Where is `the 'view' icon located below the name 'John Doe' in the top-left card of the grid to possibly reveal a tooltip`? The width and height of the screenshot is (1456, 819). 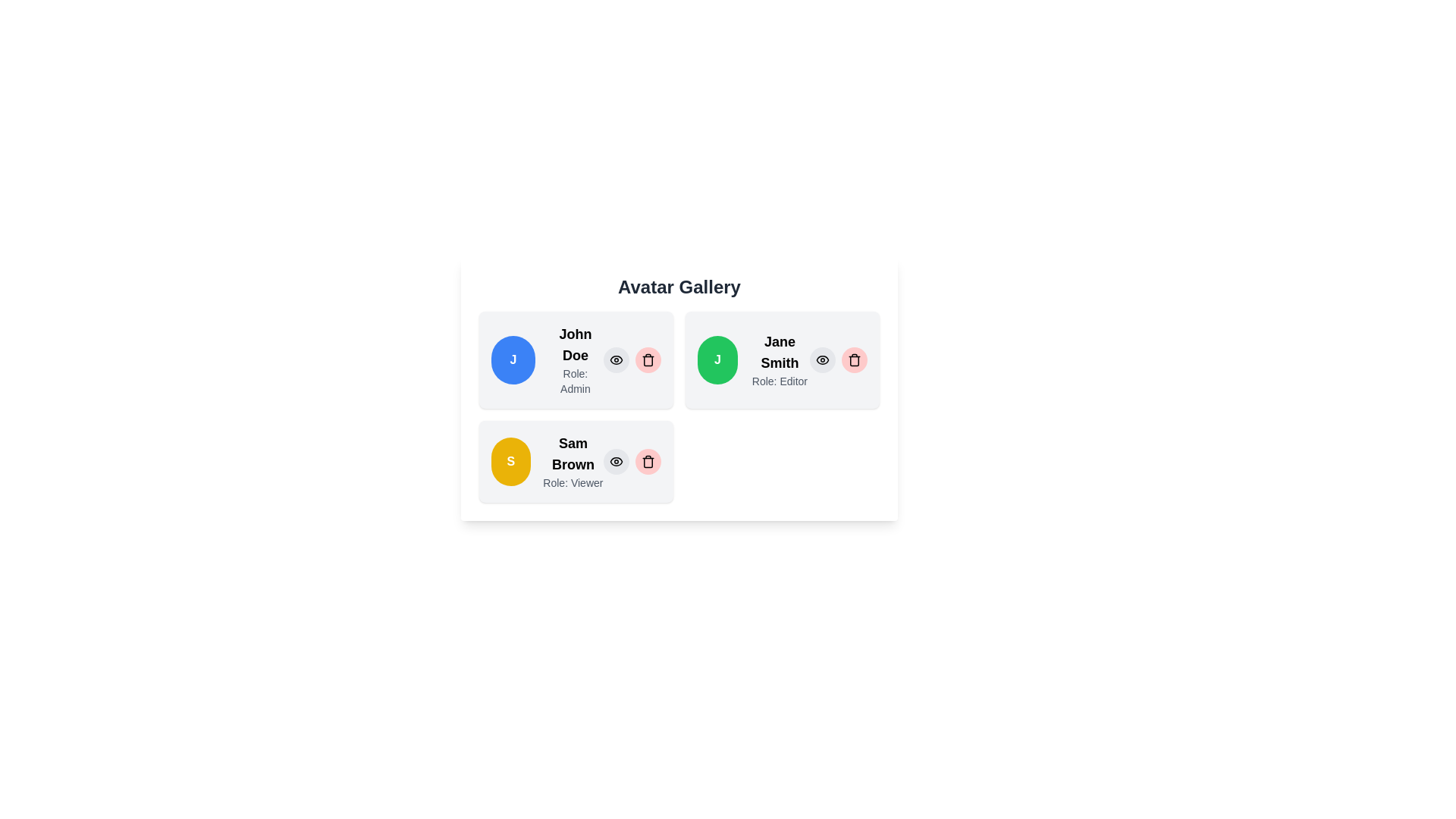
the 'view' icon located below the name 'John Doe' in the top-left card of the grid to possibly reveal a tooltip is located at coordinates (821, 359).